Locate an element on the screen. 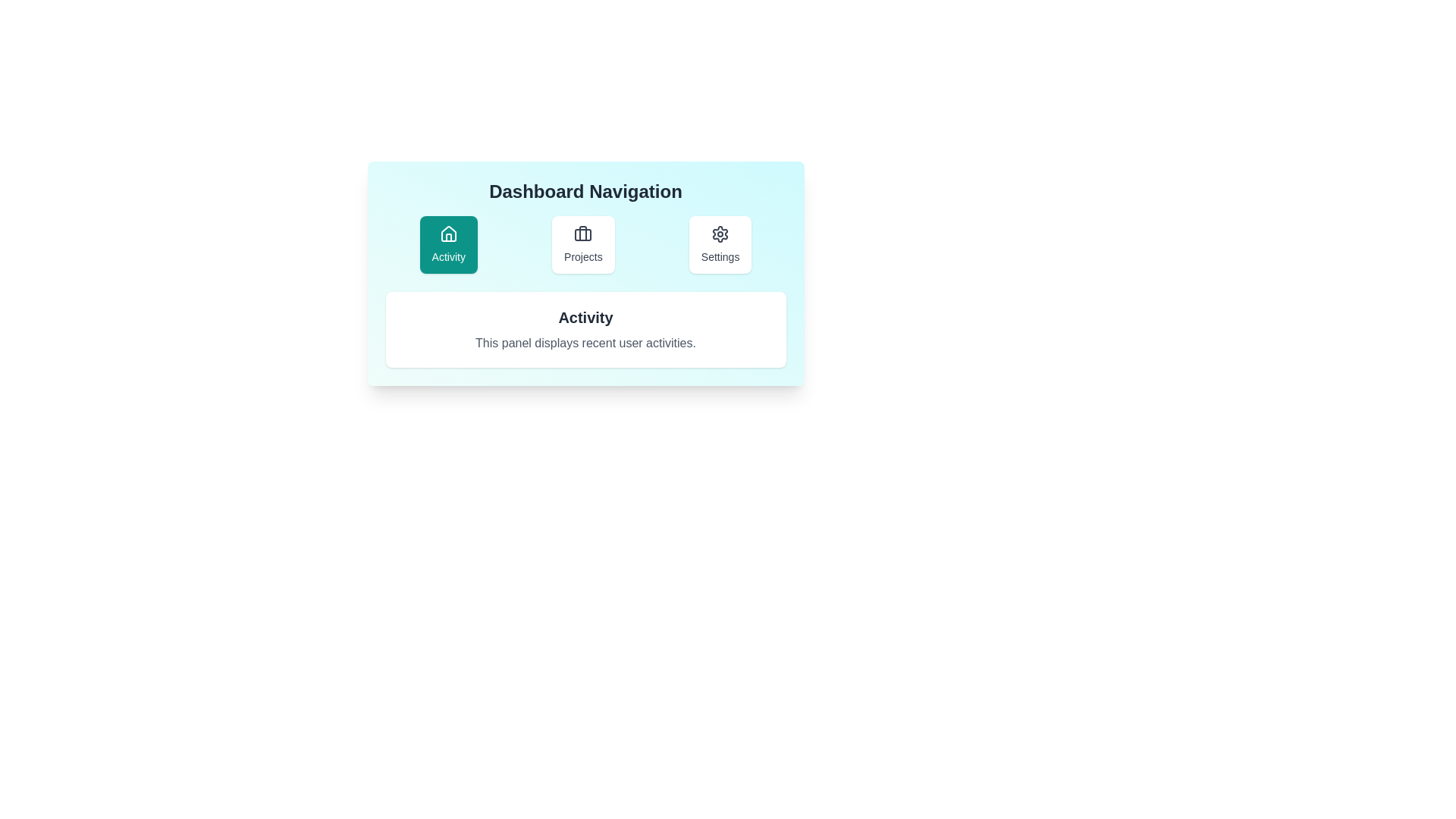 The height and width of the screenshot is (819, 1456). the cogwheel-shaped icon representing settings, located above the 'Settings' label in the rightmost card below the 'Dashboard Navigation' heading, to begin settings configuration is located at coordinates (720, 234).